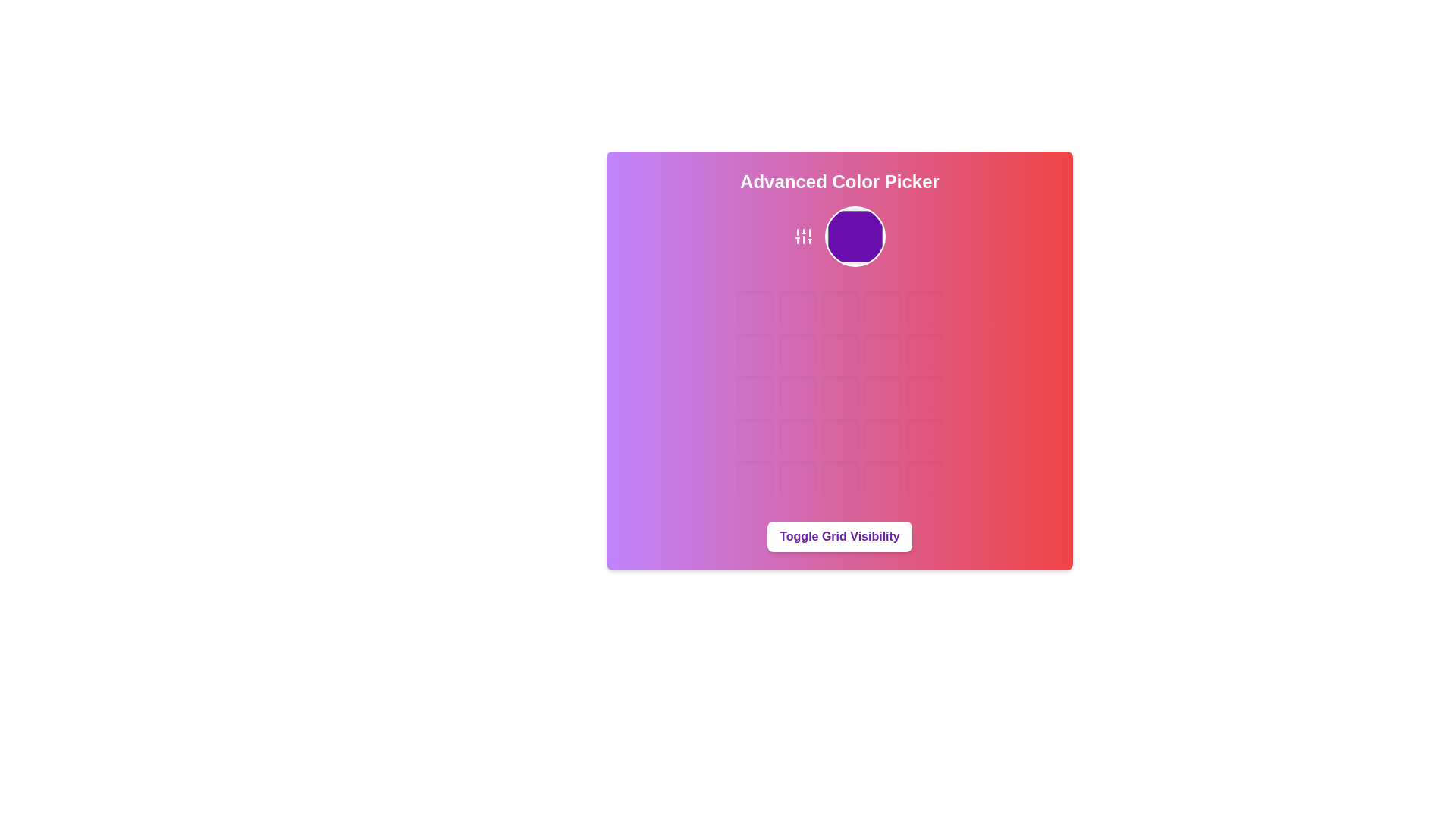  Describe the element at coordinates (882, 479) in the screenshot. I see `the highlighted Grid Tile located in the last row and the fourth column of the grid layout` at that location.